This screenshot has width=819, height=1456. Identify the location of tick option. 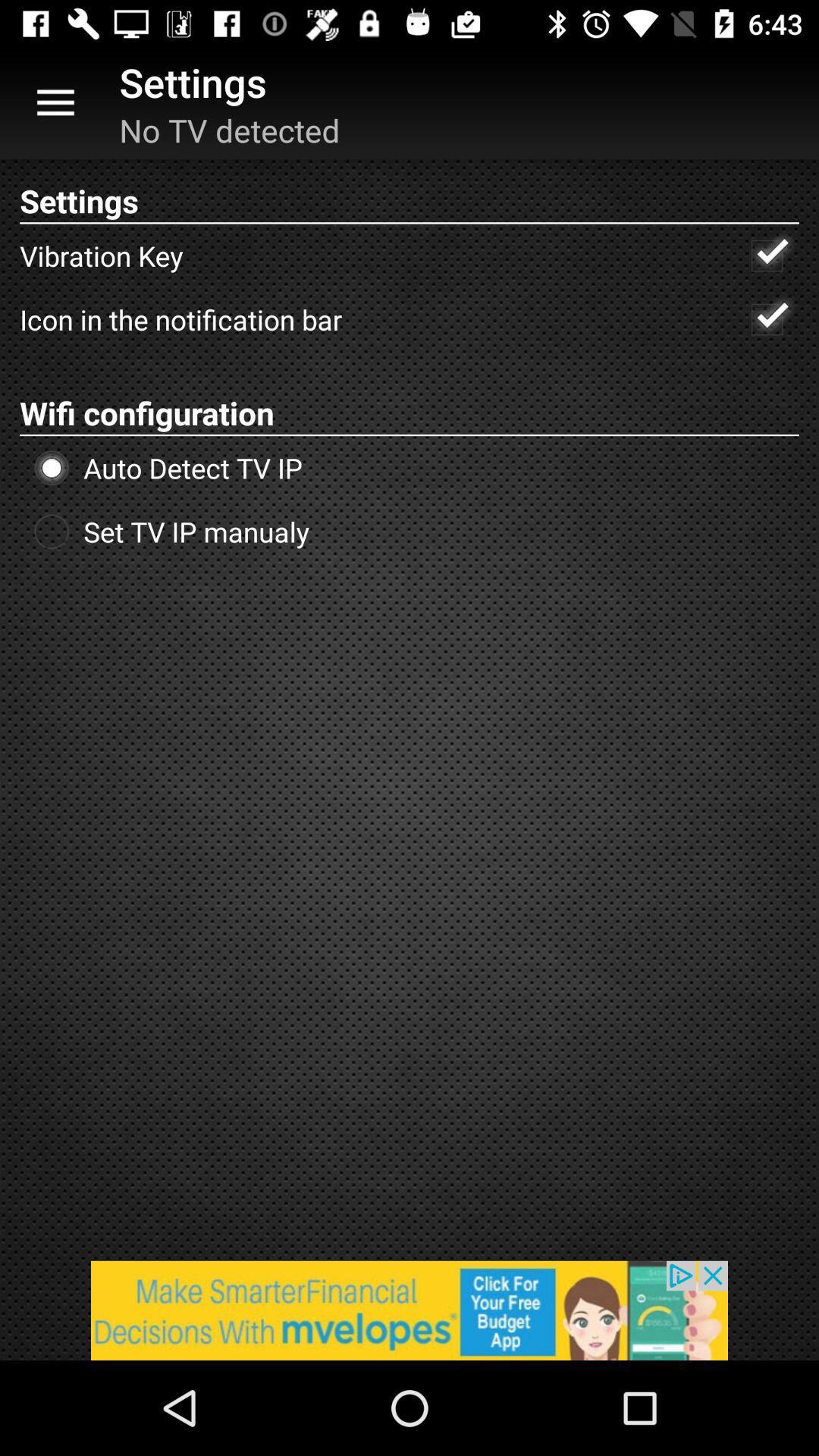
(767, 318).